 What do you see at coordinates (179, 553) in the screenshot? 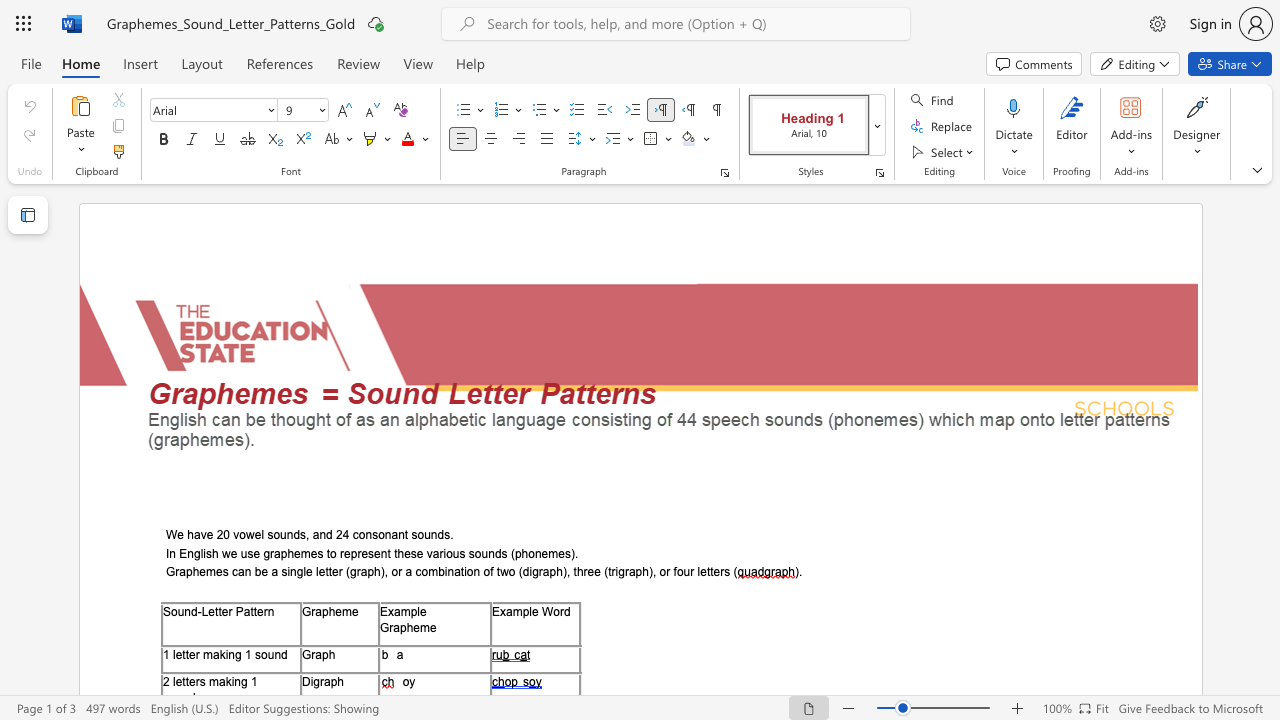
I see `the subset text "English we use graphe" within the text "In English we use graphemes to"` at bounding box center [179, 553].